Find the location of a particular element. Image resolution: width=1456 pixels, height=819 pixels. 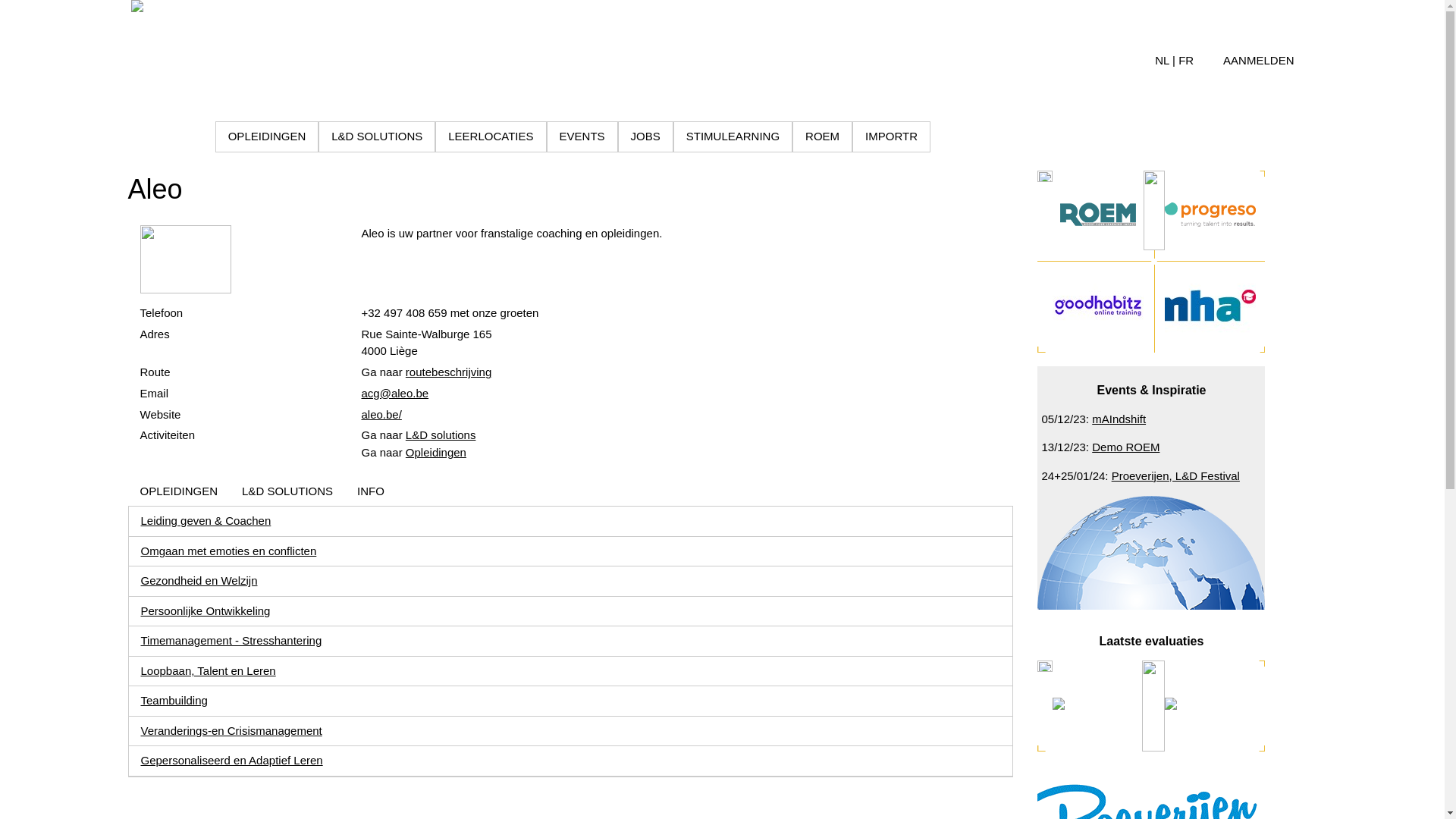

'Veranderings-en Crisismanagement' is located at coordinates (231, 730).